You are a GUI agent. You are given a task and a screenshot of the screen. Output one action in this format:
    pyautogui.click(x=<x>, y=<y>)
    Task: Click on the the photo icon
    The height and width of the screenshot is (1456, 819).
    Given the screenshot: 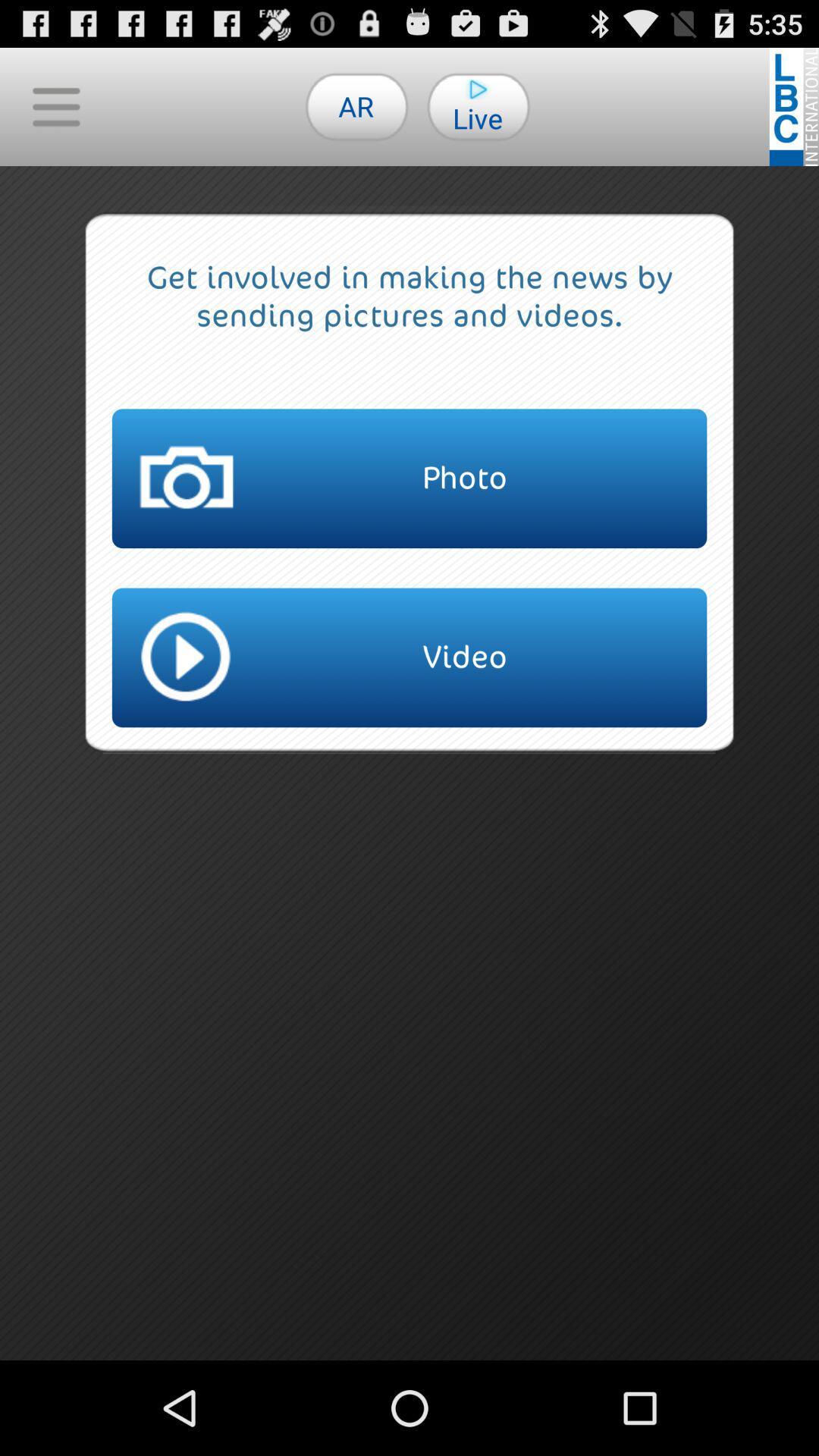 What is the action you would take?
    pyautogui.click(x=409, y=478)
    